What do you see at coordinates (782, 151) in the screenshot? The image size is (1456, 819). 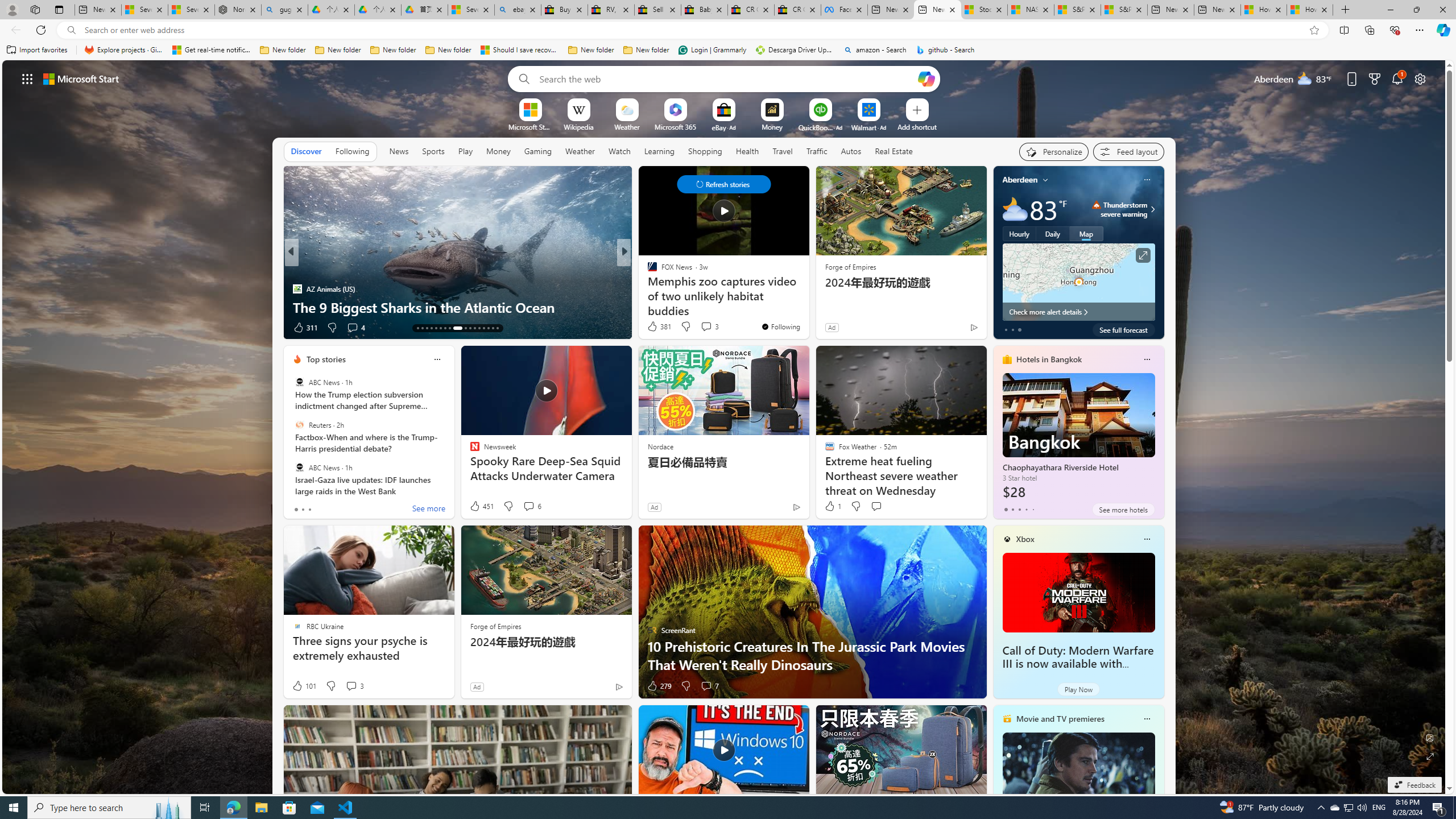 I see `'Travel'` at bounding box center [782, 151].